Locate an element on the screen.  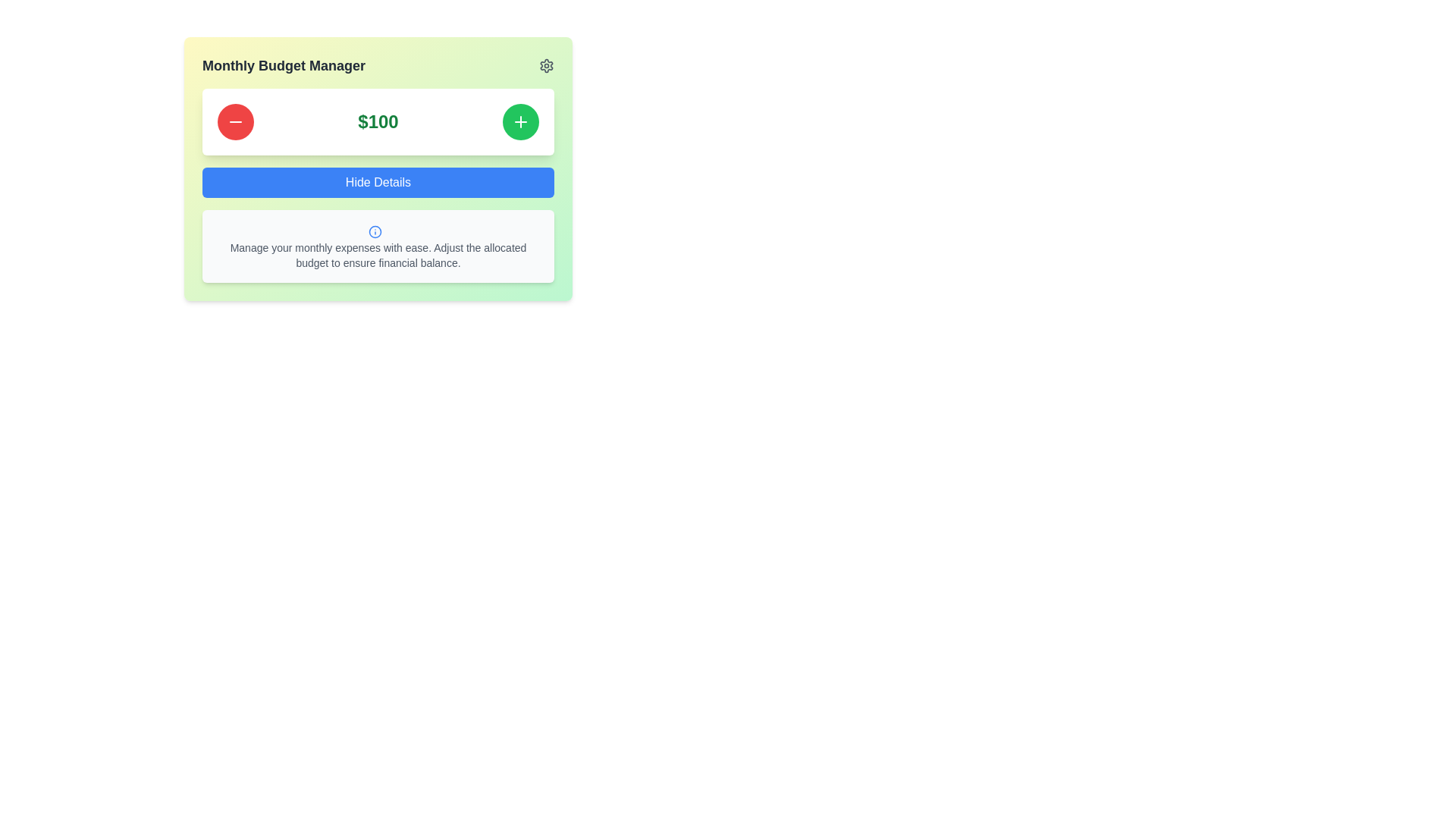
the circular blue information icon located in the small panel at the bottom of the card, aligned to the left of the text starting with 'Manage your monthly expenses...' is located at coordinates (375, 231).